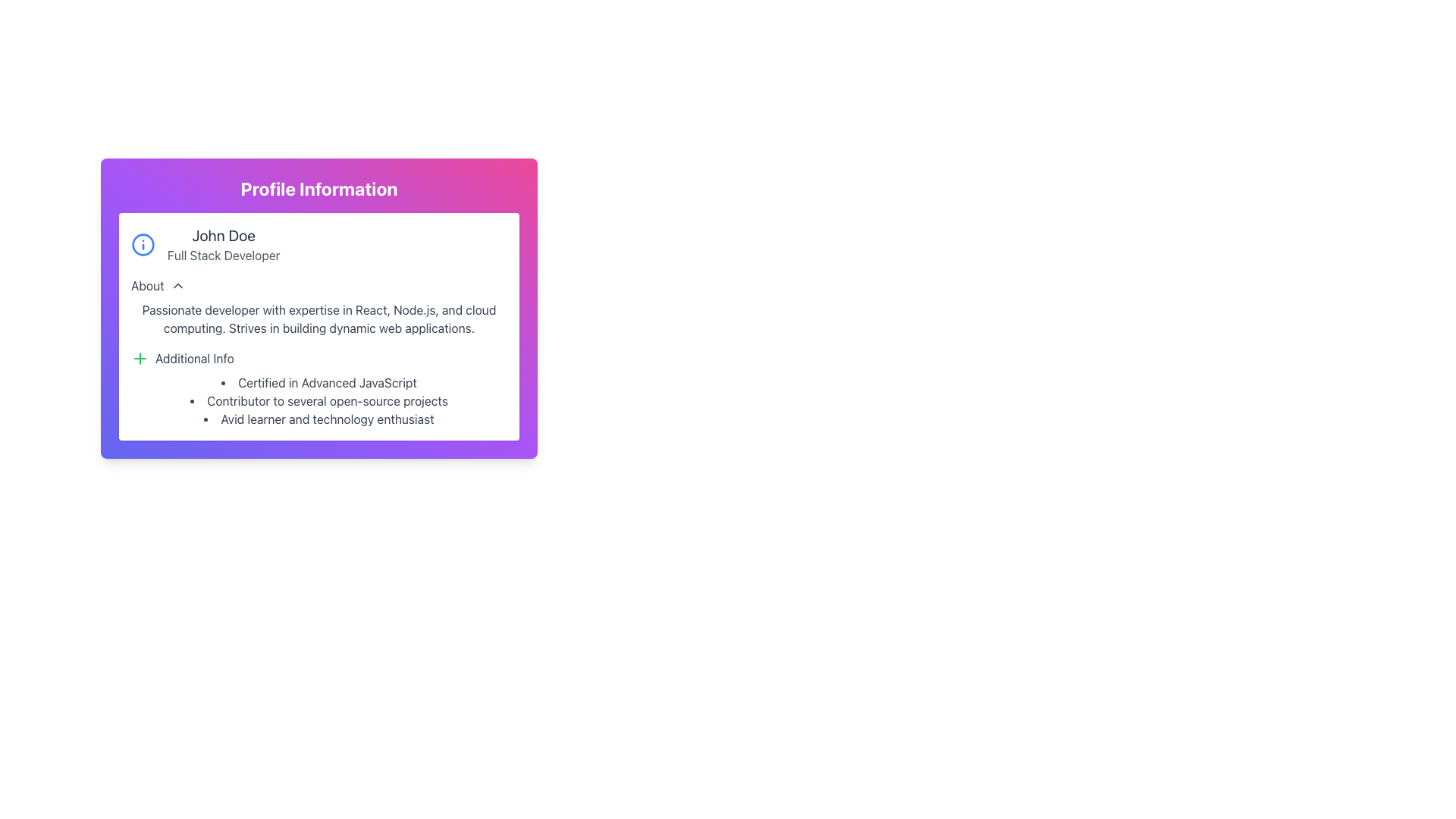 Image resolution: width=1456 pixels, height=819 pixels. Describe the element at coordinates (158, 286) in the screenshot. I see `the collapsible header button located in the top-left section of the profile card` at that location.